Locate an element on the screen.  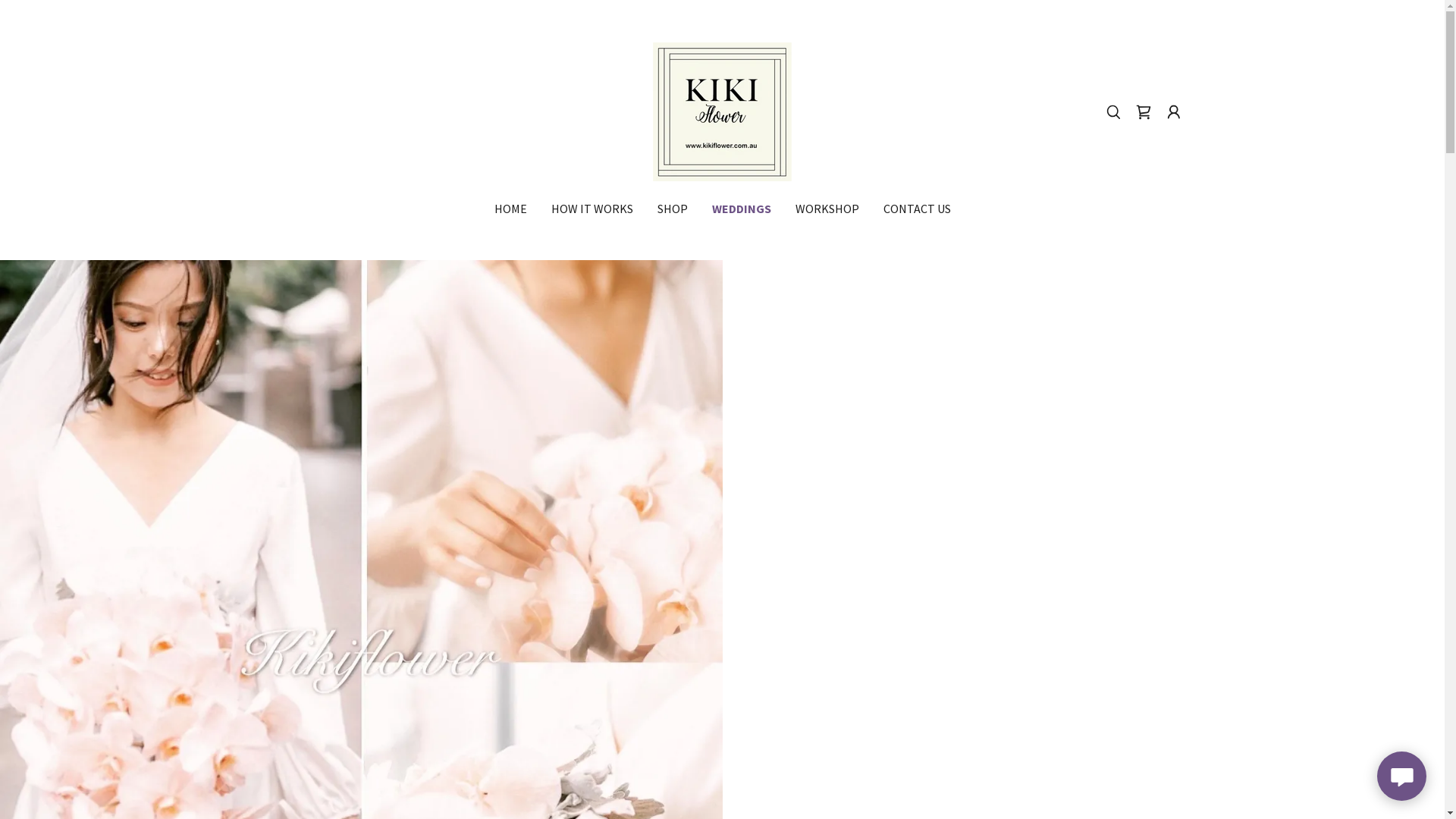
'kikiflower' is located at coordinates (721, 109).